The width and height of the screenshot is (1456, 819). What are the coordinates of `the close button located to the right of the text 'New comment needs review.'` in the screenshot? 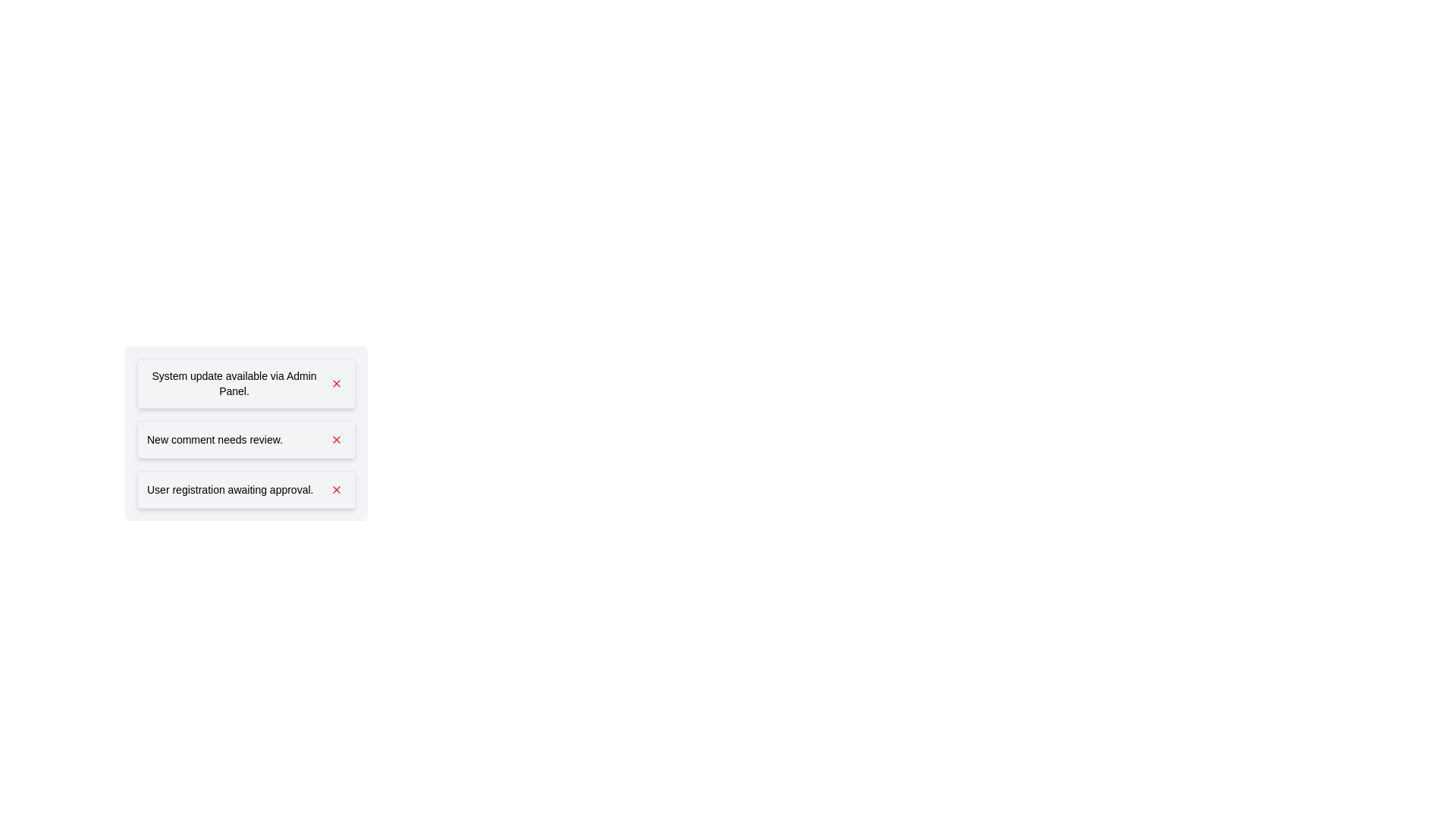 It's located at (336, 439).